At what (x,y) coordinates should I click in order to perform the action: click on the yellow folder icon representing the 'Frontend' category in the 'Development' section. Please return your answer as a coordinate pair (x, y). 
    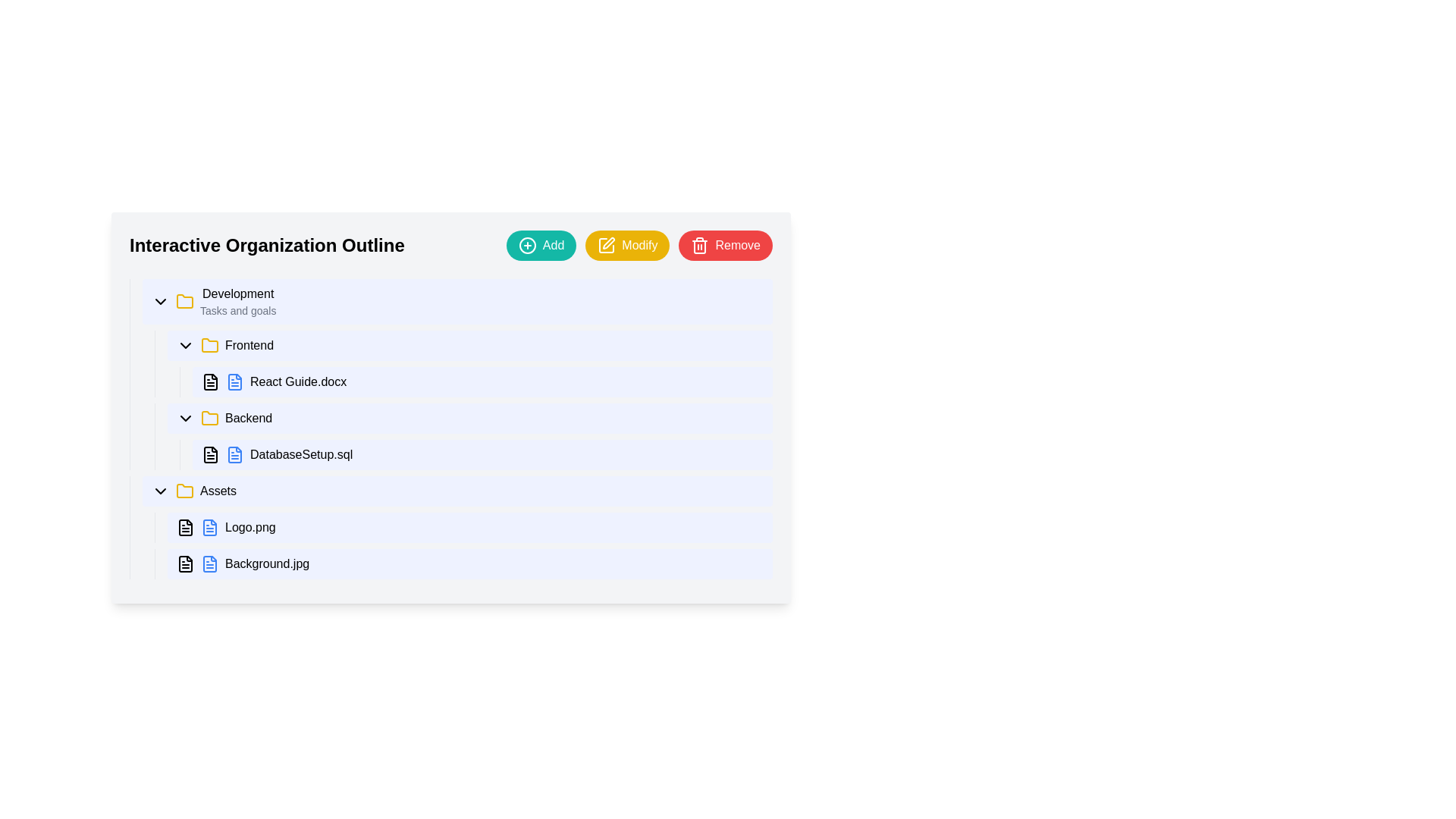
    Looking at the image, I should click on (209, 345).